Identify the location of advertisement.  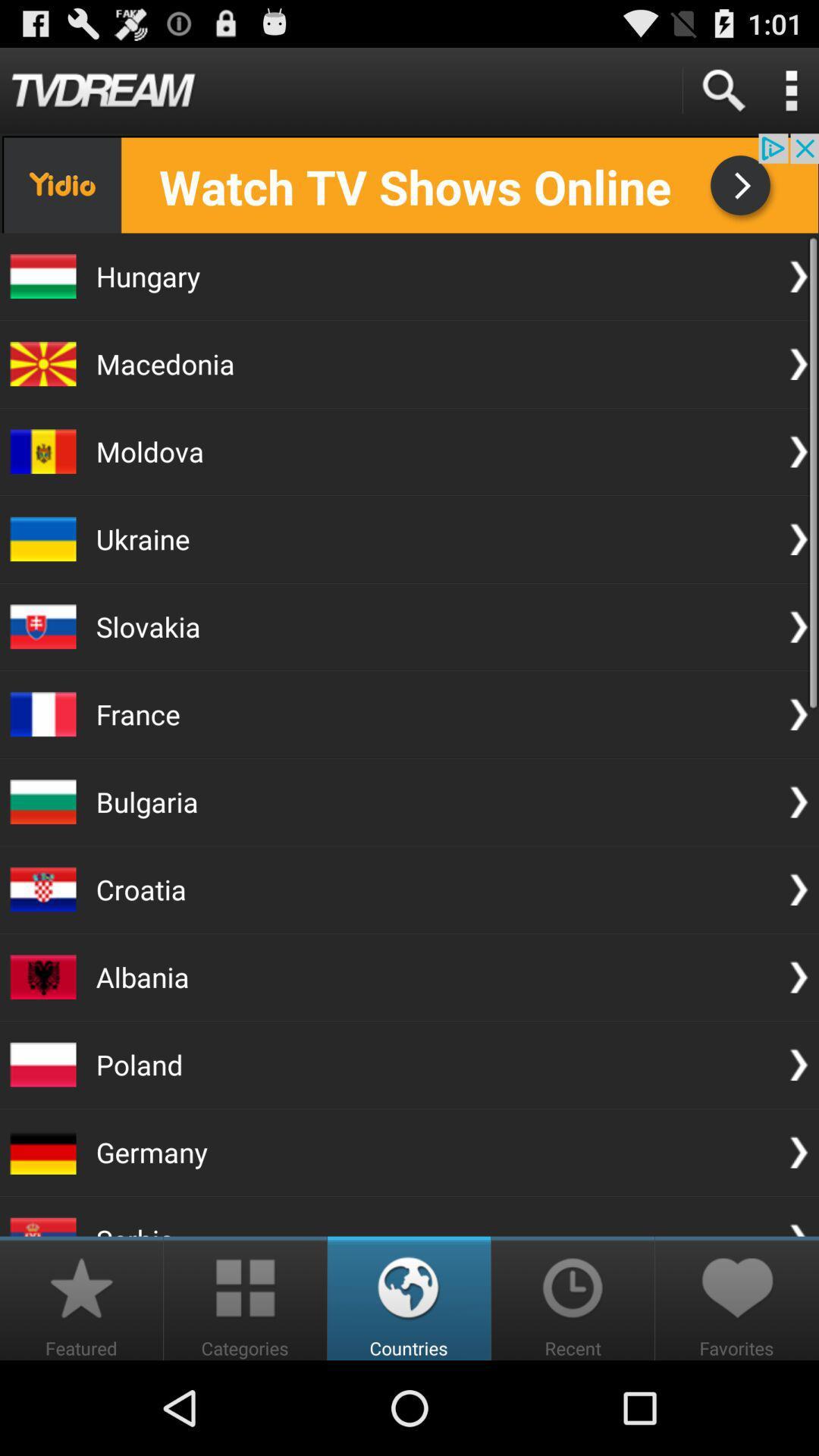
(409, 182).